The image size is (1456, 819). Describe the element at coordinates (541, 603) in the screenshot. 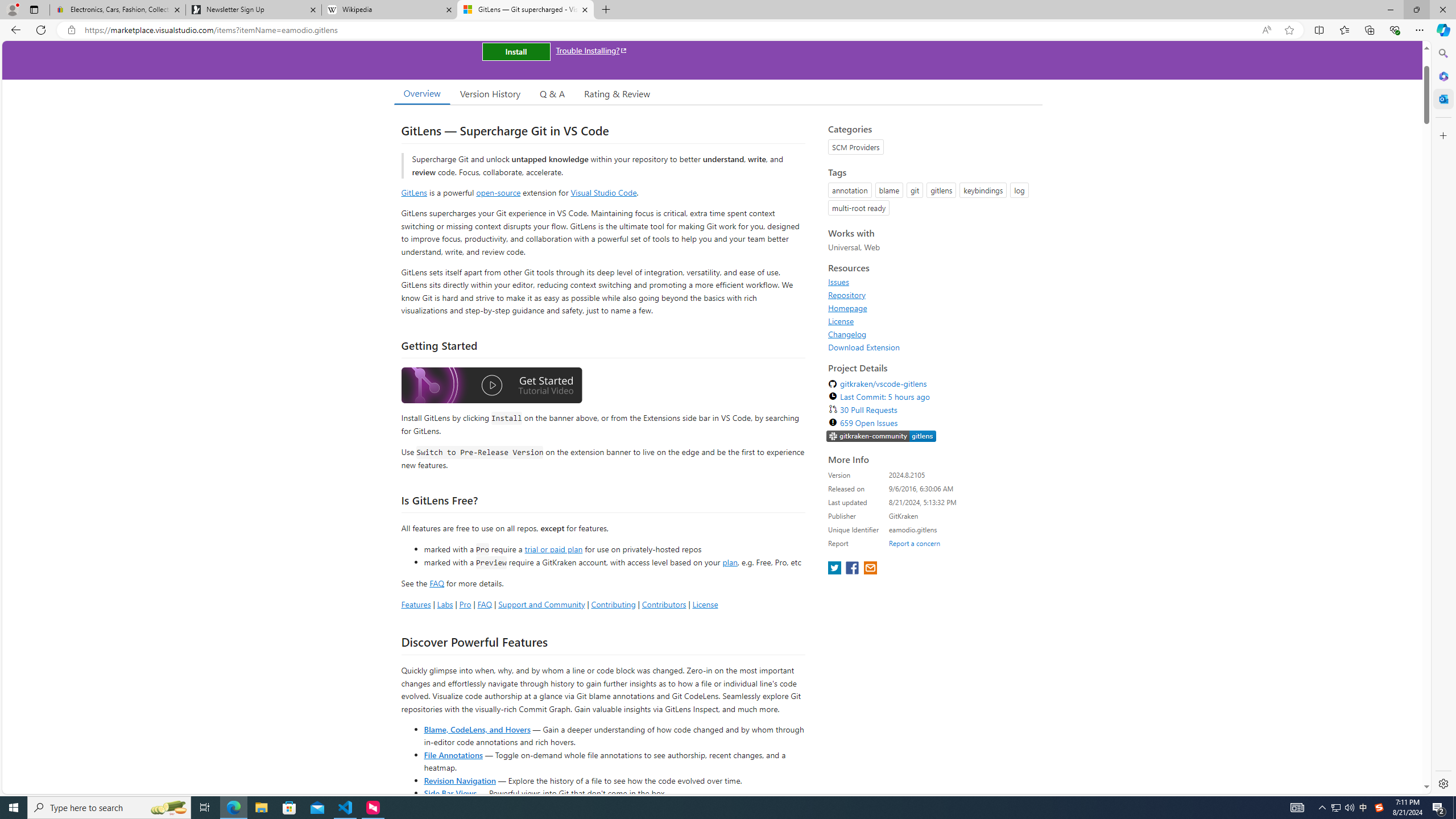

I see `'Support and Community'` at that location.